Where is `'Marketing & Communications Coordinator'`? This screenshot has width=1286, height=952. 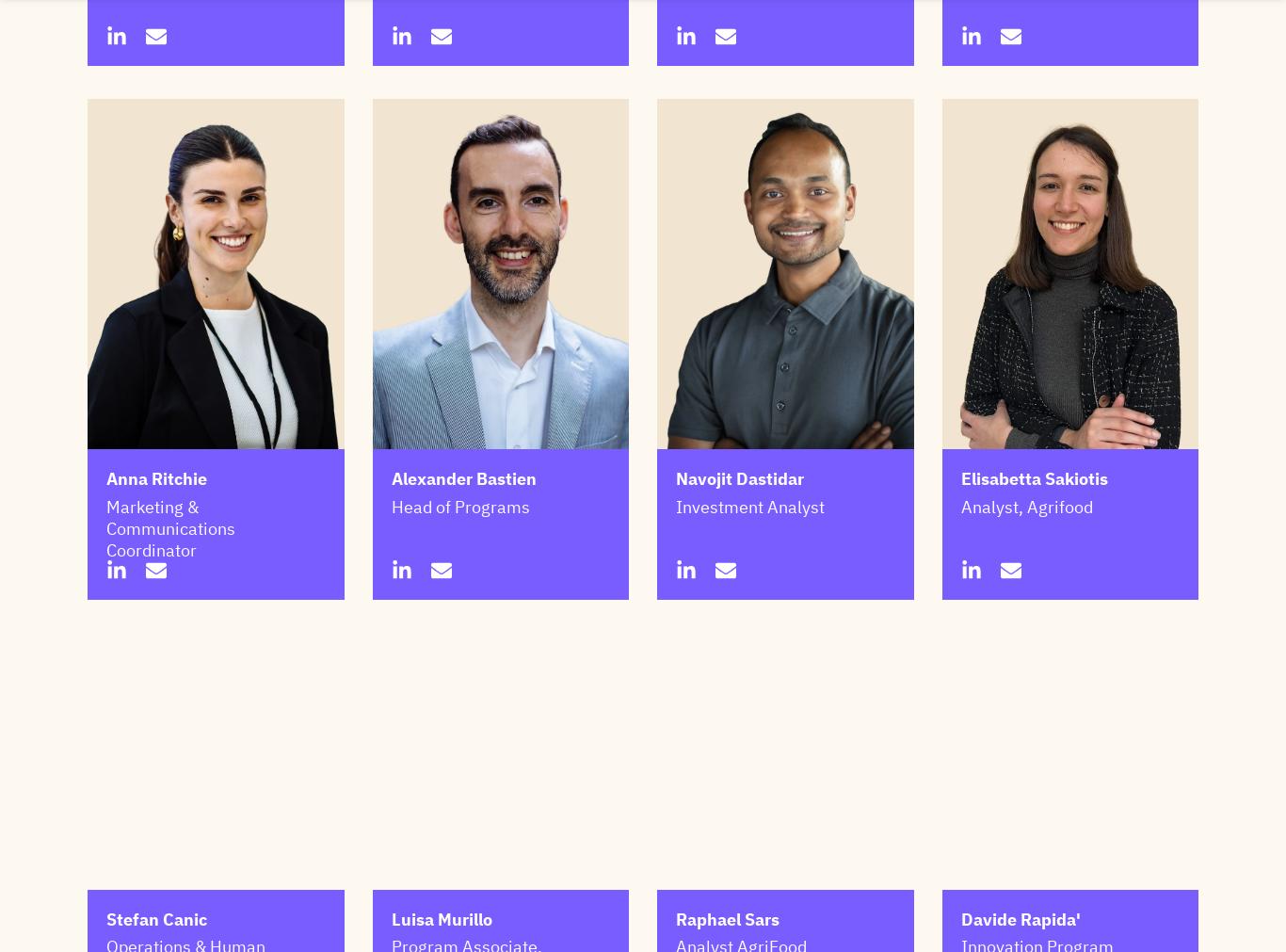 'Marketing & Communications Coordinator' is located at coordinates (105, 528).